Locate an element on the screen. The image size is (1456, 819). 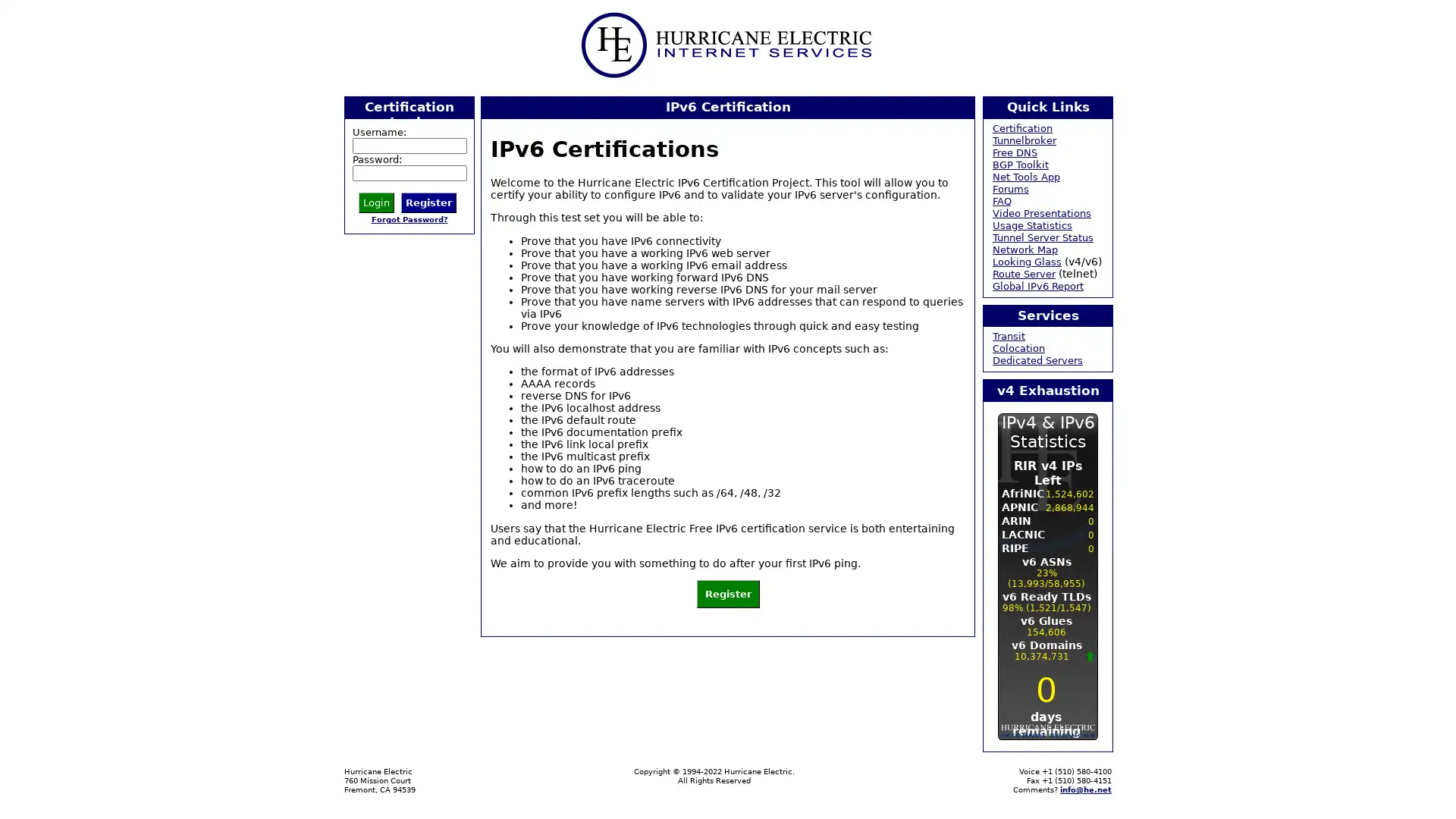
Login is located at coordinates (376, 201).